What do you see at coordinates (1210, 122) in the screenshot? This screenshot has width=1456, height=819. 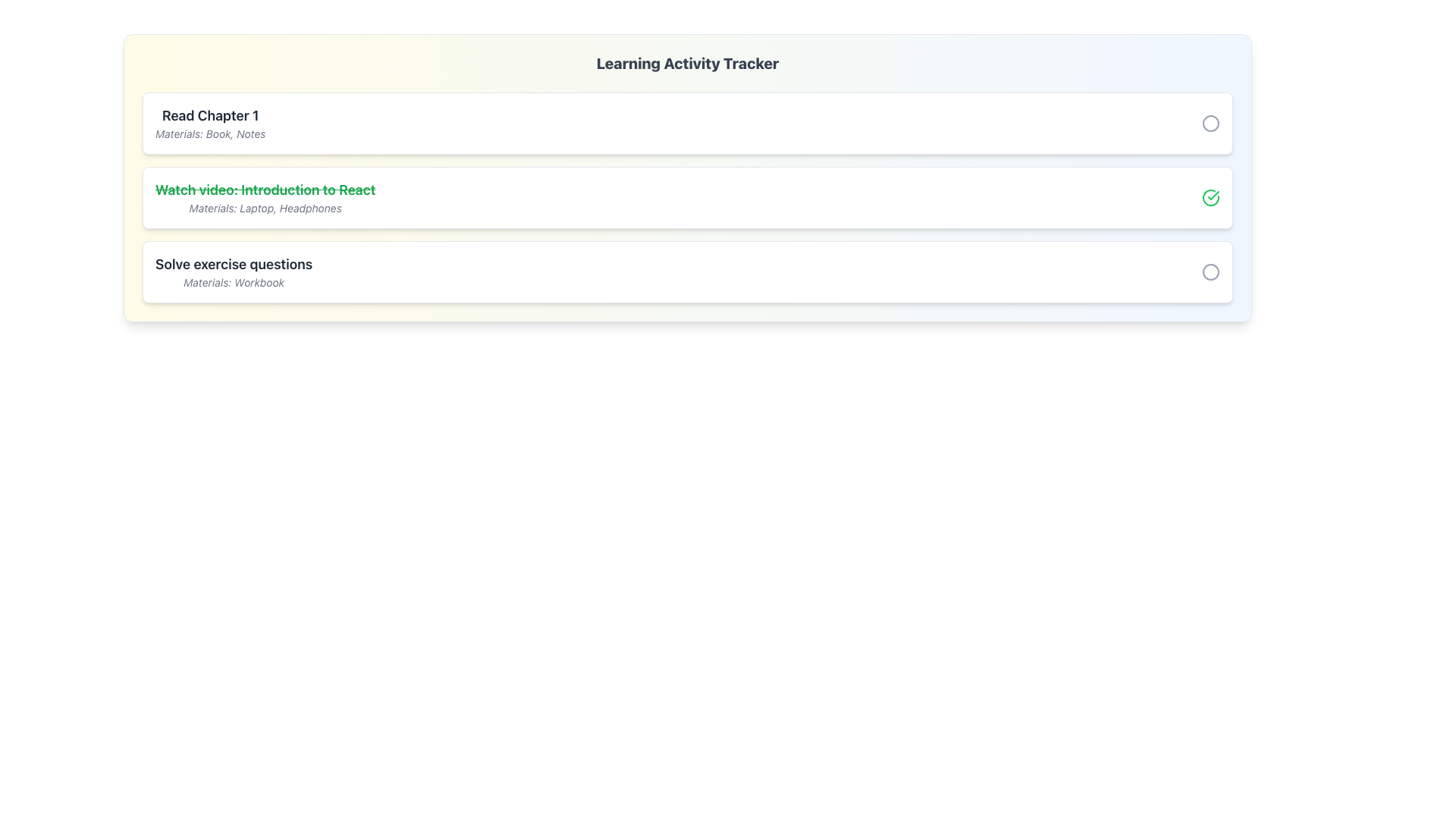 I see `the inner circle graphic within the SVG icon located at the top-right side of the first item in the list` at bounding box center [1210, 122].